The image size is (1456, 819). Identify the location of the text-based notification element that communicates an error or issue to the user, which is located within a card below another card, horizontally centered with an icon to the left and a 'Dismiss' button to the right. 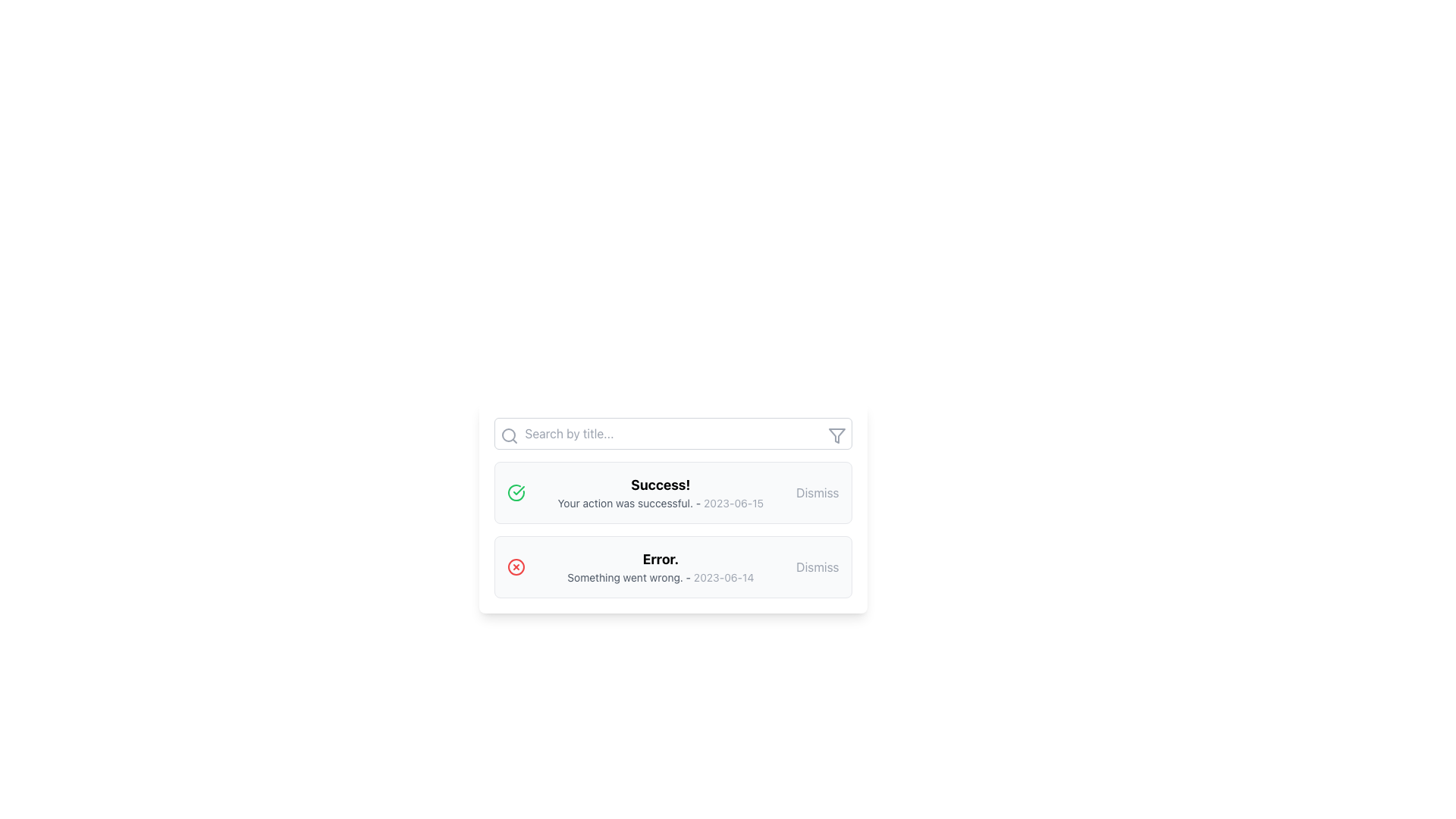
(661, 567).